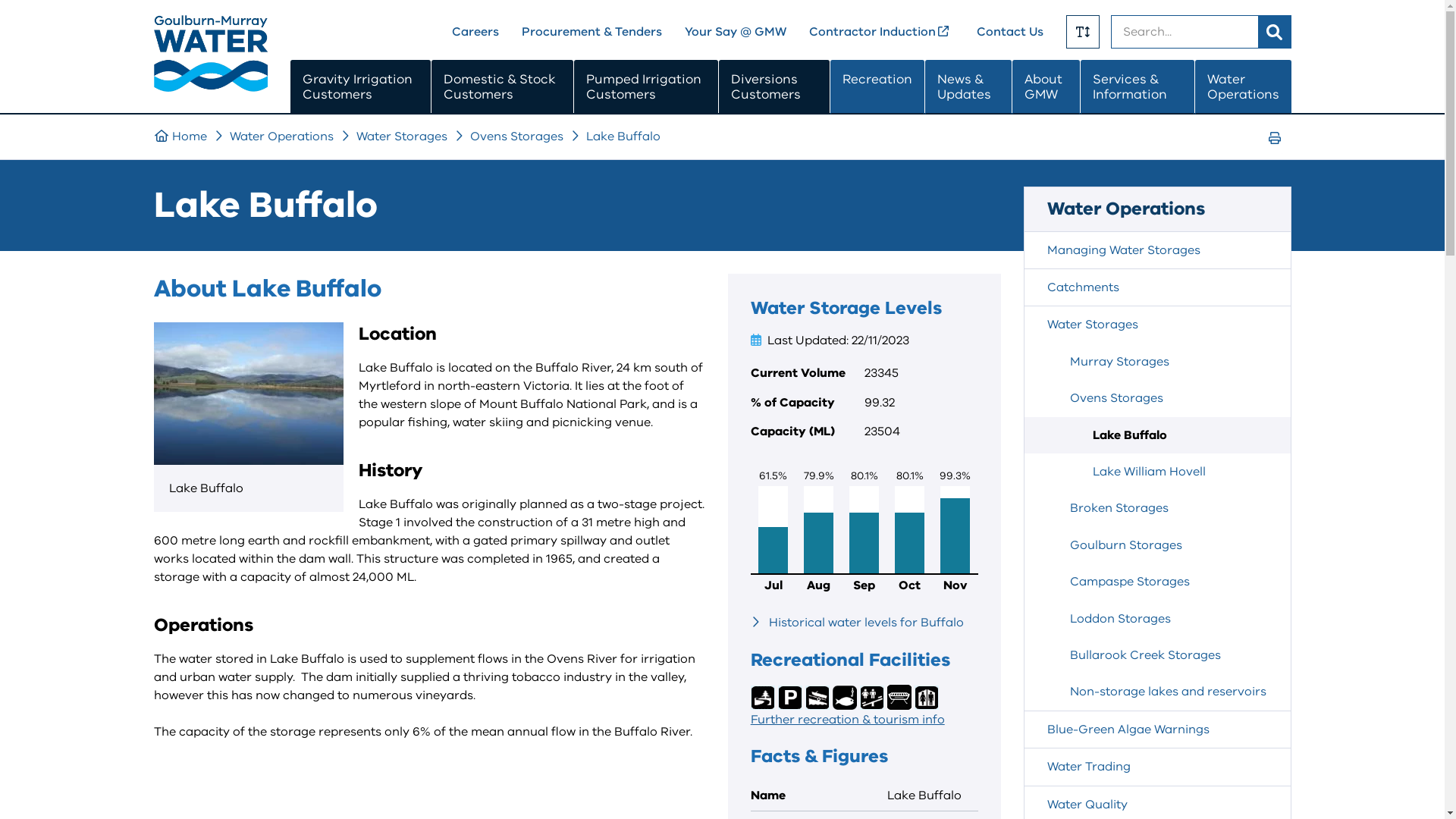  What do you see at coordinates (1156, 397) in the screenshot?
I see `'Ovens Storages'` at bounding box center [1156, 397].